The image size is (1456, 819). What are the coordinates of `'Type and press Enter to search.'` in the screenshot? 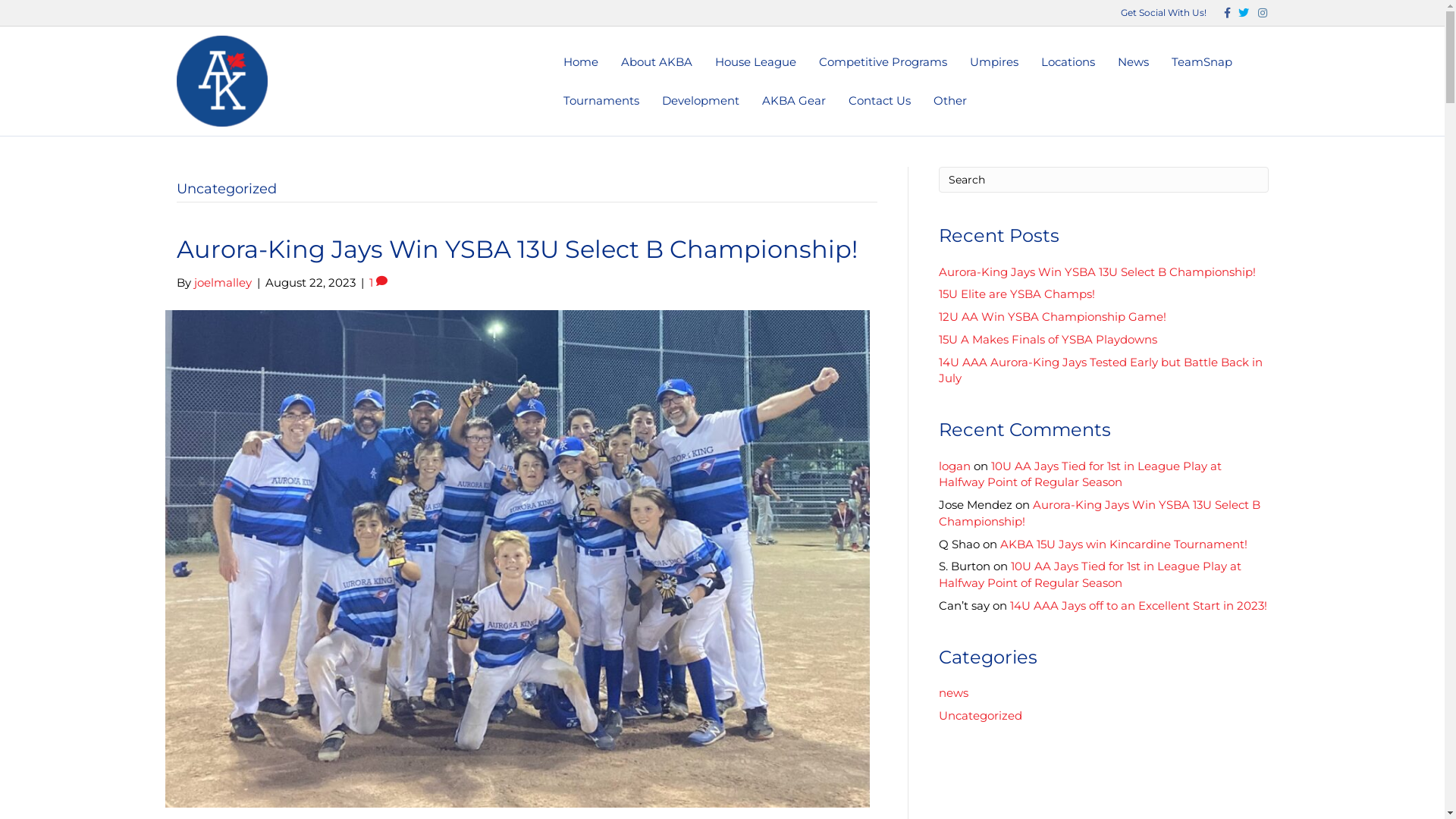 It's located at (1103, 178).